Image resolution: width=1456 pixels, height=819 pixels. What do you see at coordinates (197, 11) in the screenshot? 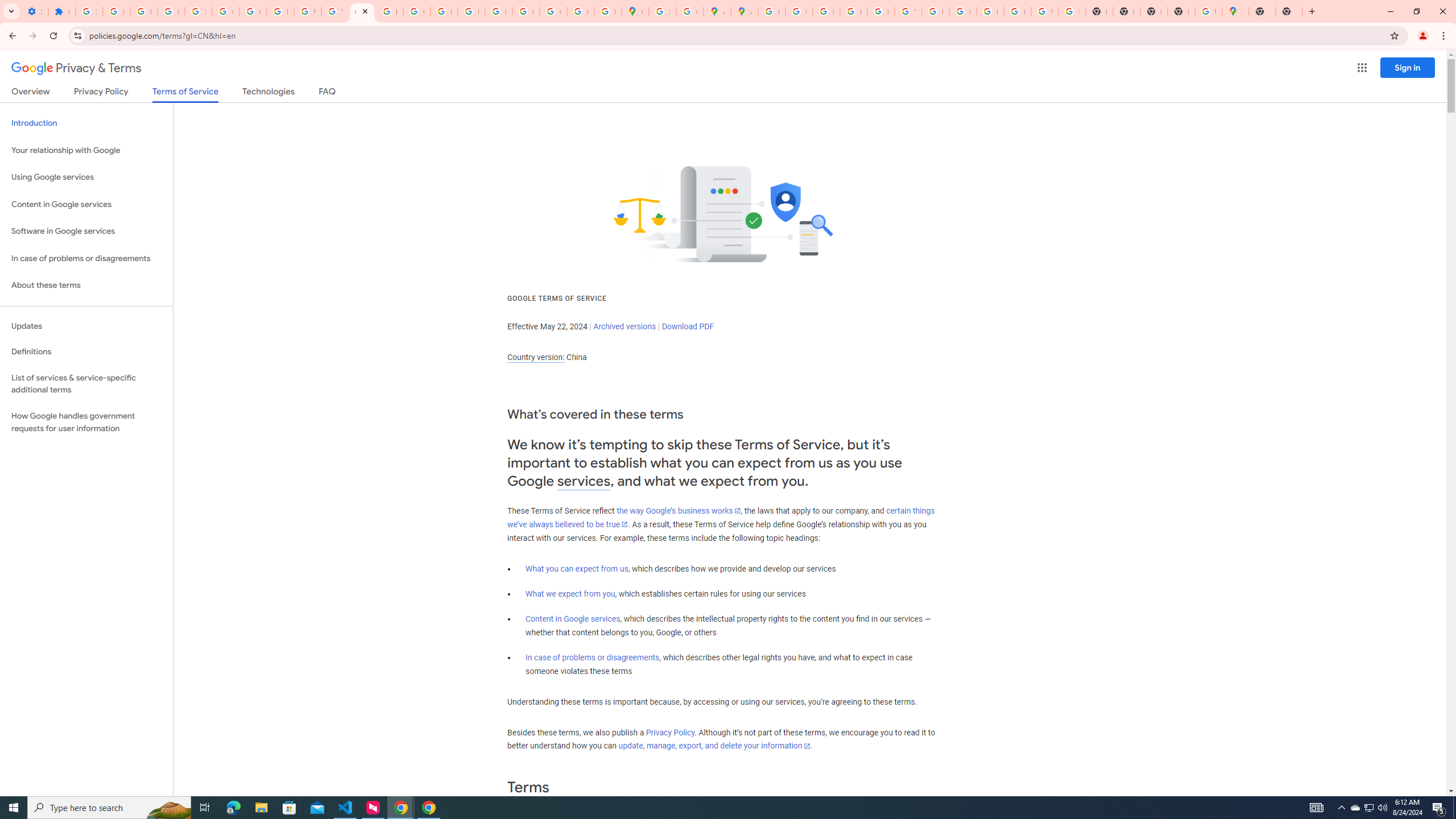
I see `'Sign in - Google Accounts'` at bounding box center [197, 11].